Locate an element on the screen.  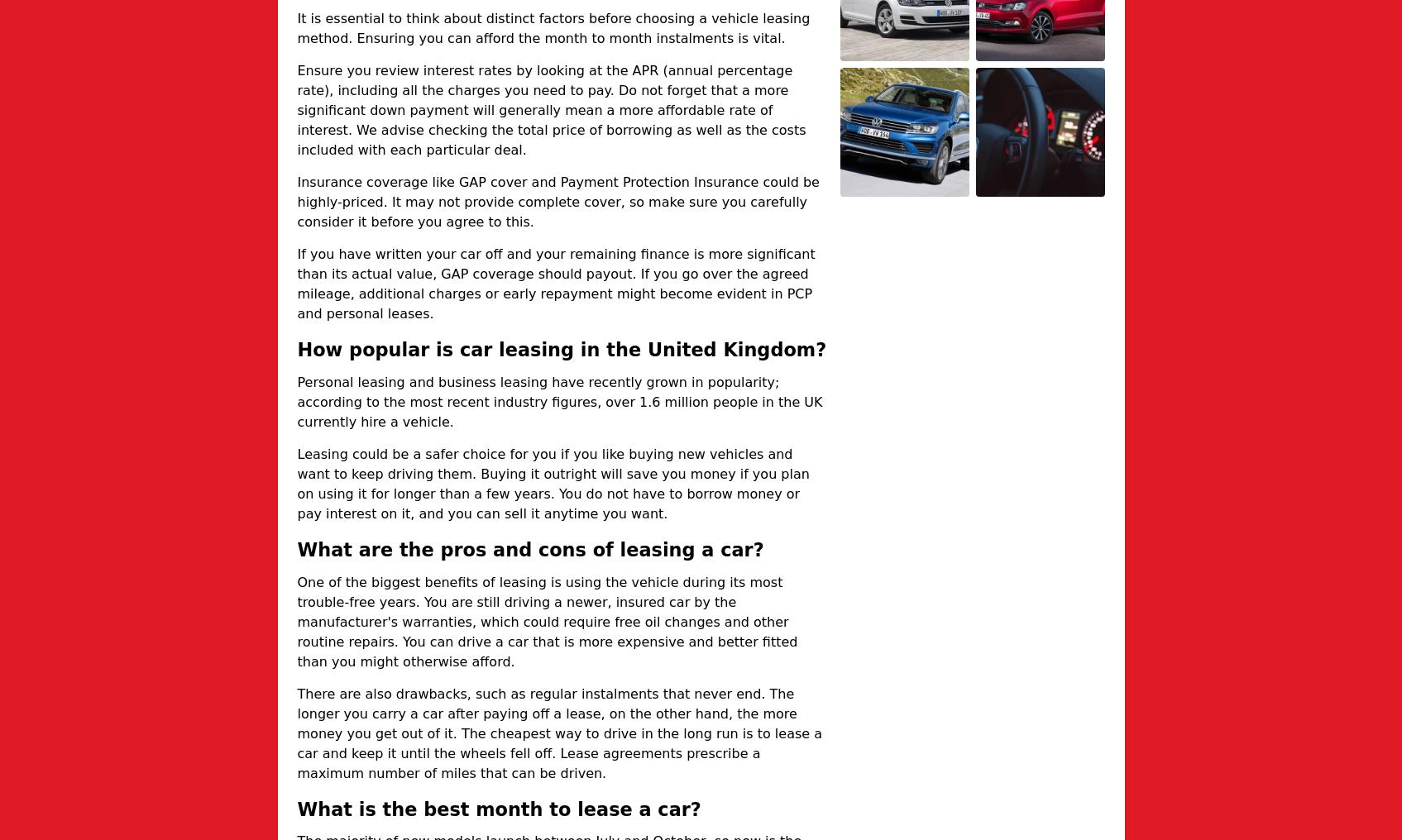
'What is the best month to lease a car?' is located at coordinates (296, 809).